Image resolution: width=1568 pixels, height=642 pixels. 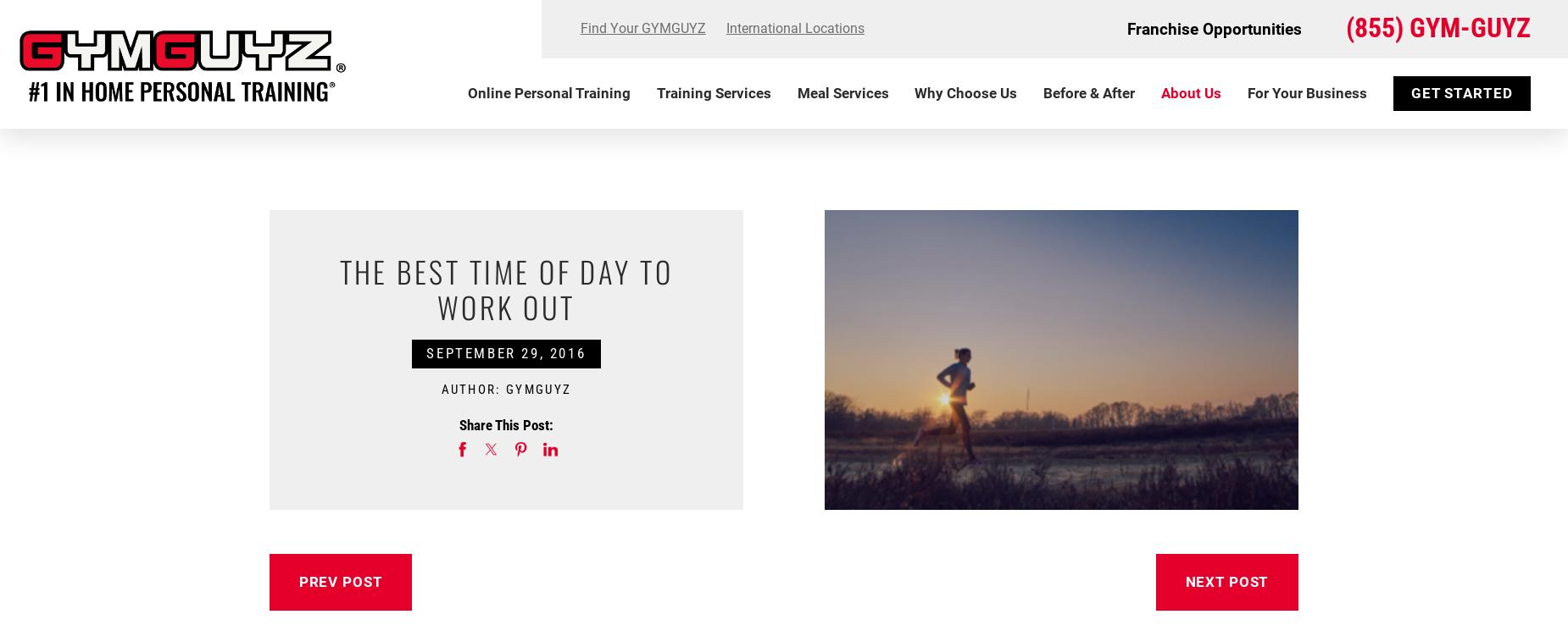 I want to click on 'Next Post', so click(x=1185, y=580).